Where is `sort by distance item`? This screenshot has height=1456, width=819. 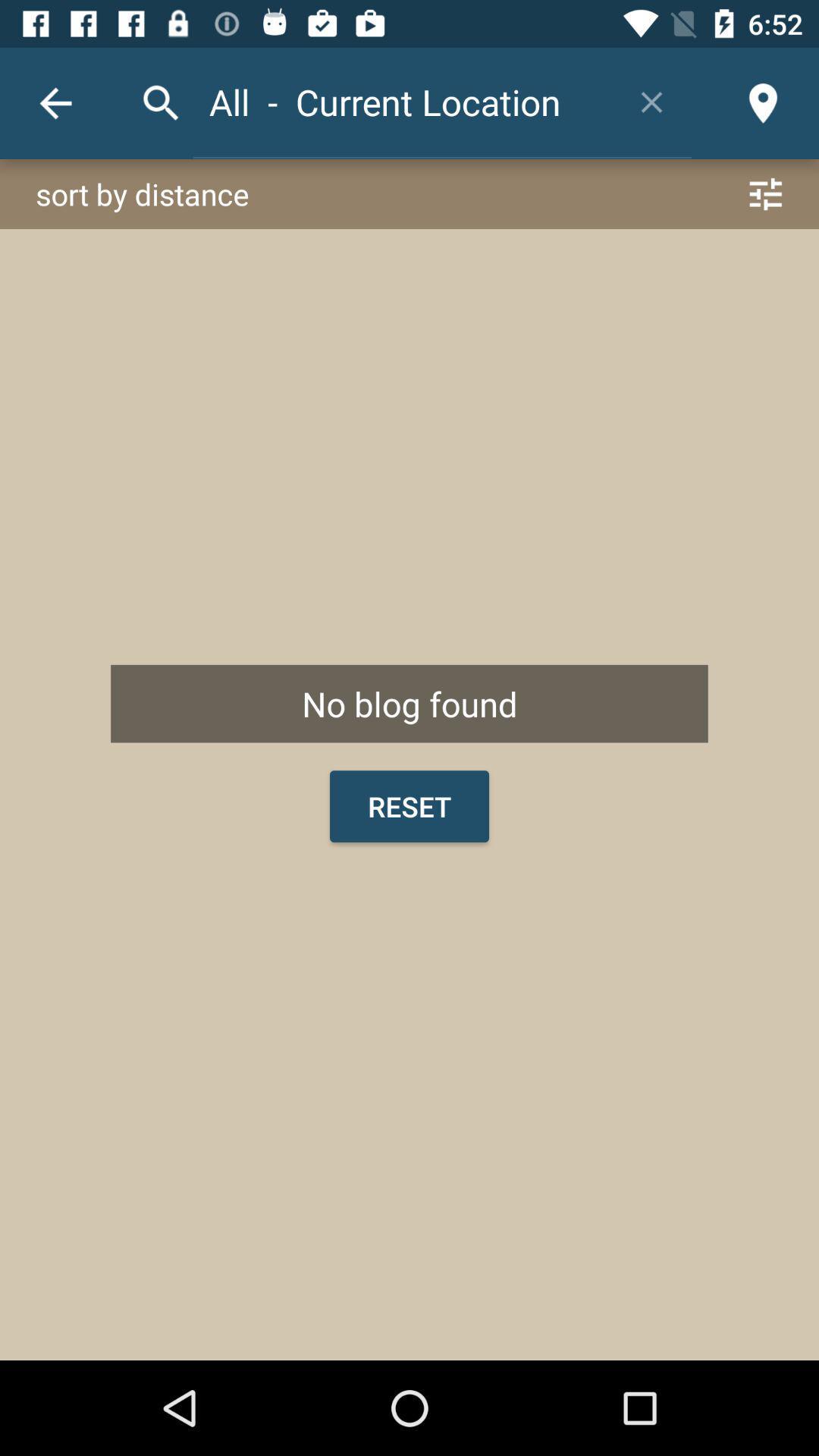
sort by distance item is located at coordinates (409, 193).